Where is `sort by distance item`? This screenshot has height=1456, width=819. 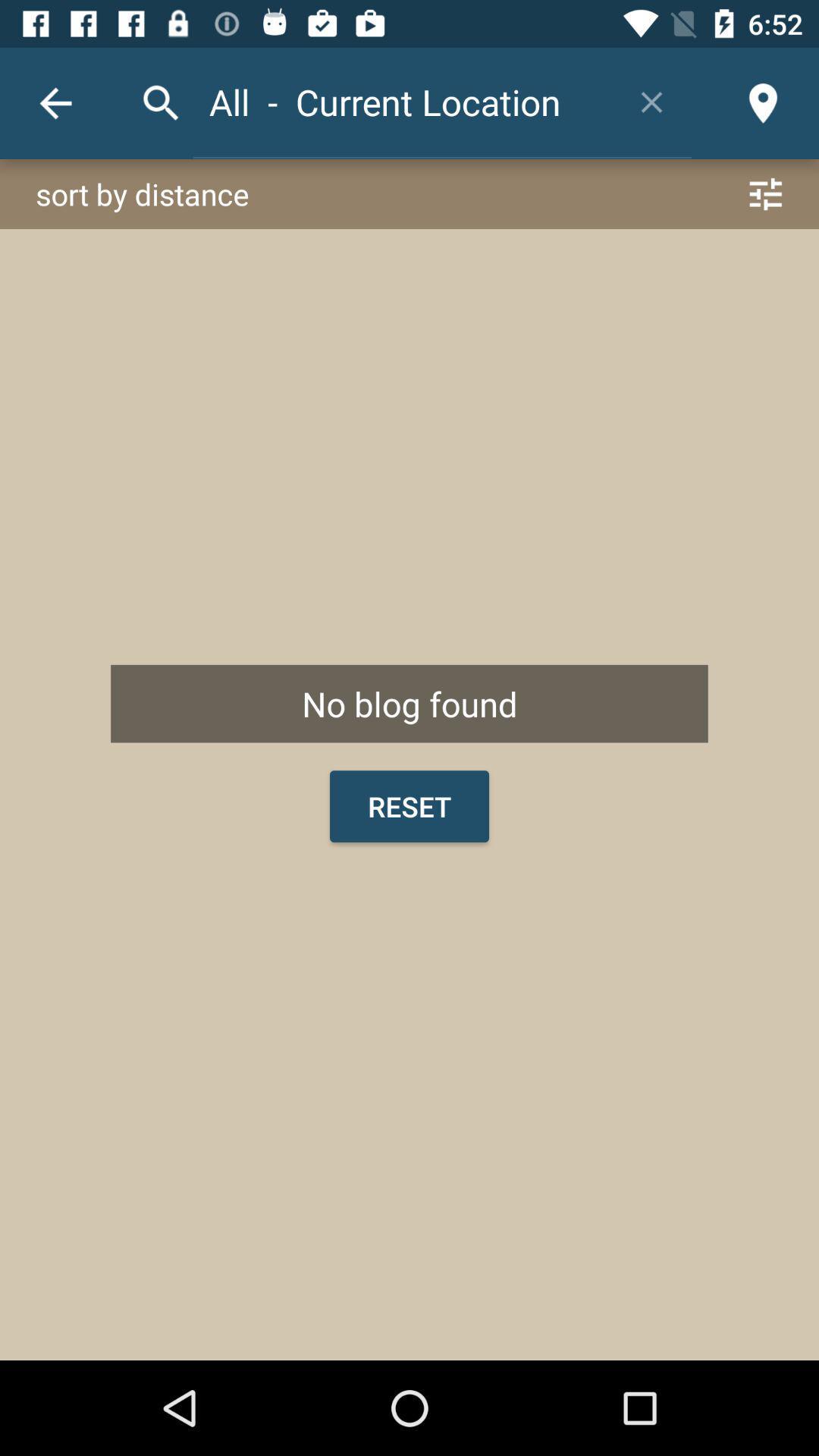
sort by distance item is located at coordinates (409, 193).